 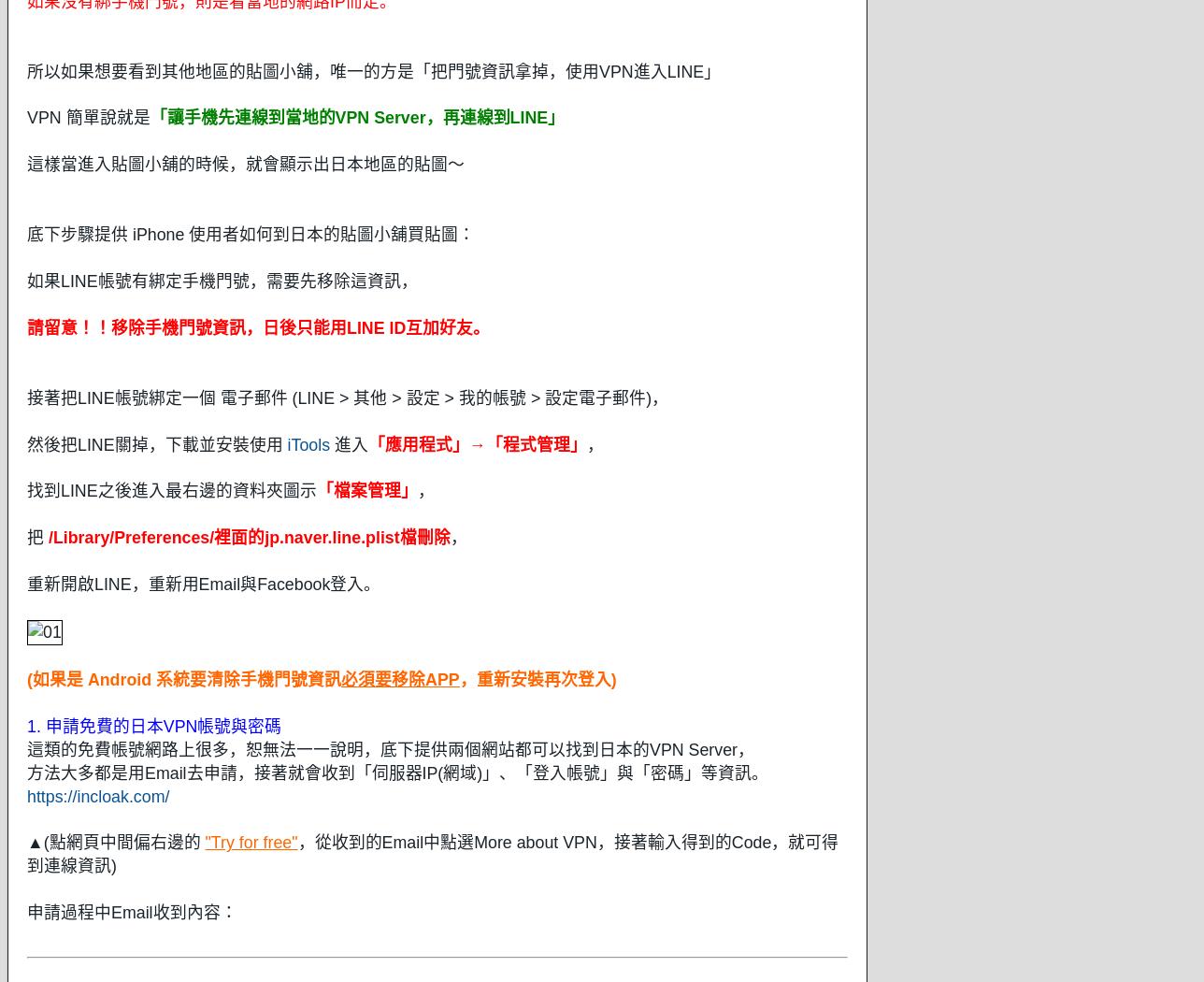 What do you see at coordinates (203, 584) in the screenshot?
I see `'重新開啟LINE，重新用Email與Facebook登入。'` at bounding box center [203, 584].